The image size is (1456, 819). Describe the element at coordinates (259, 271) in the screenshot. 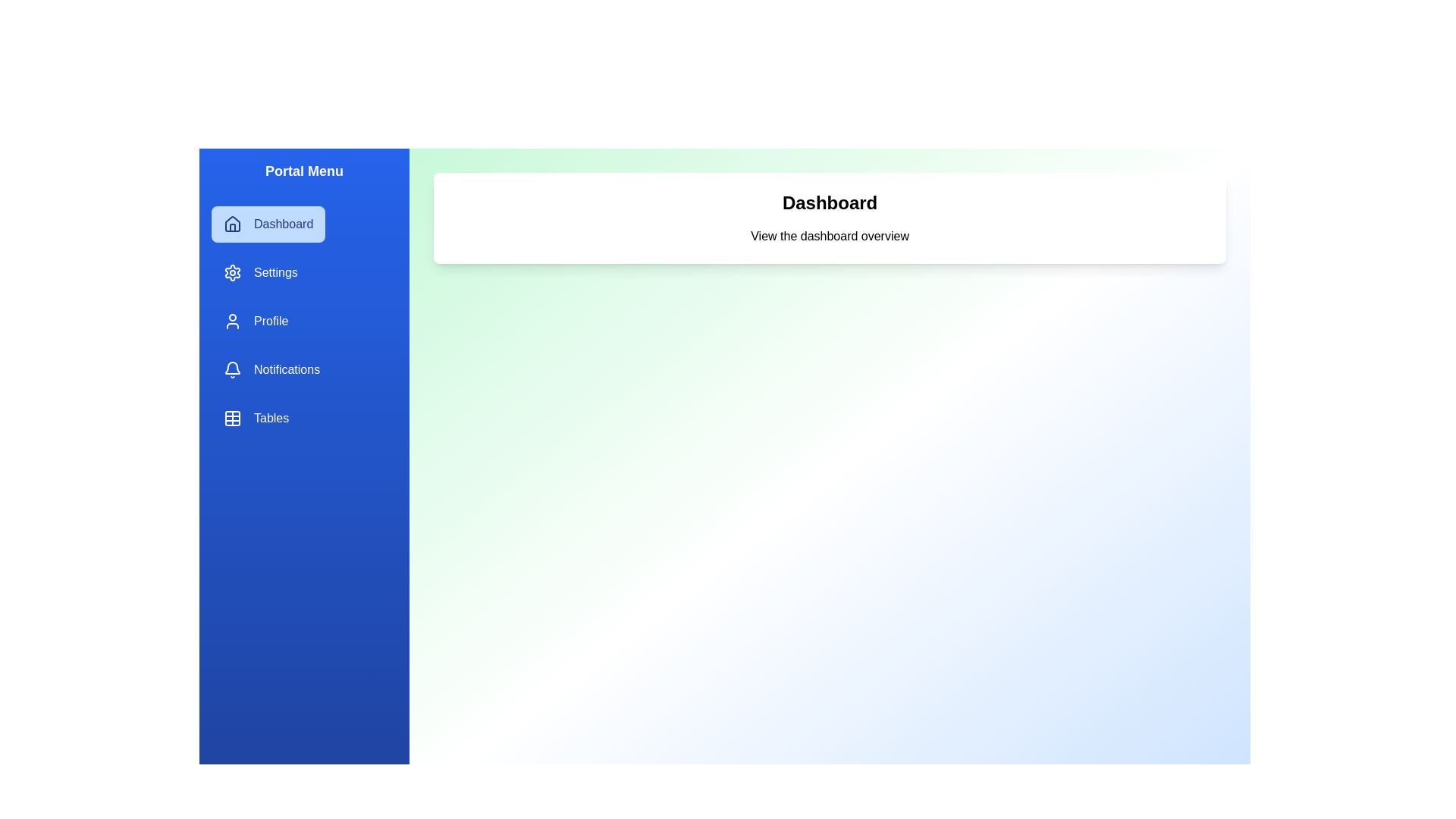

I see `the menu option Settings to navigate to the corresponding section` at that location.